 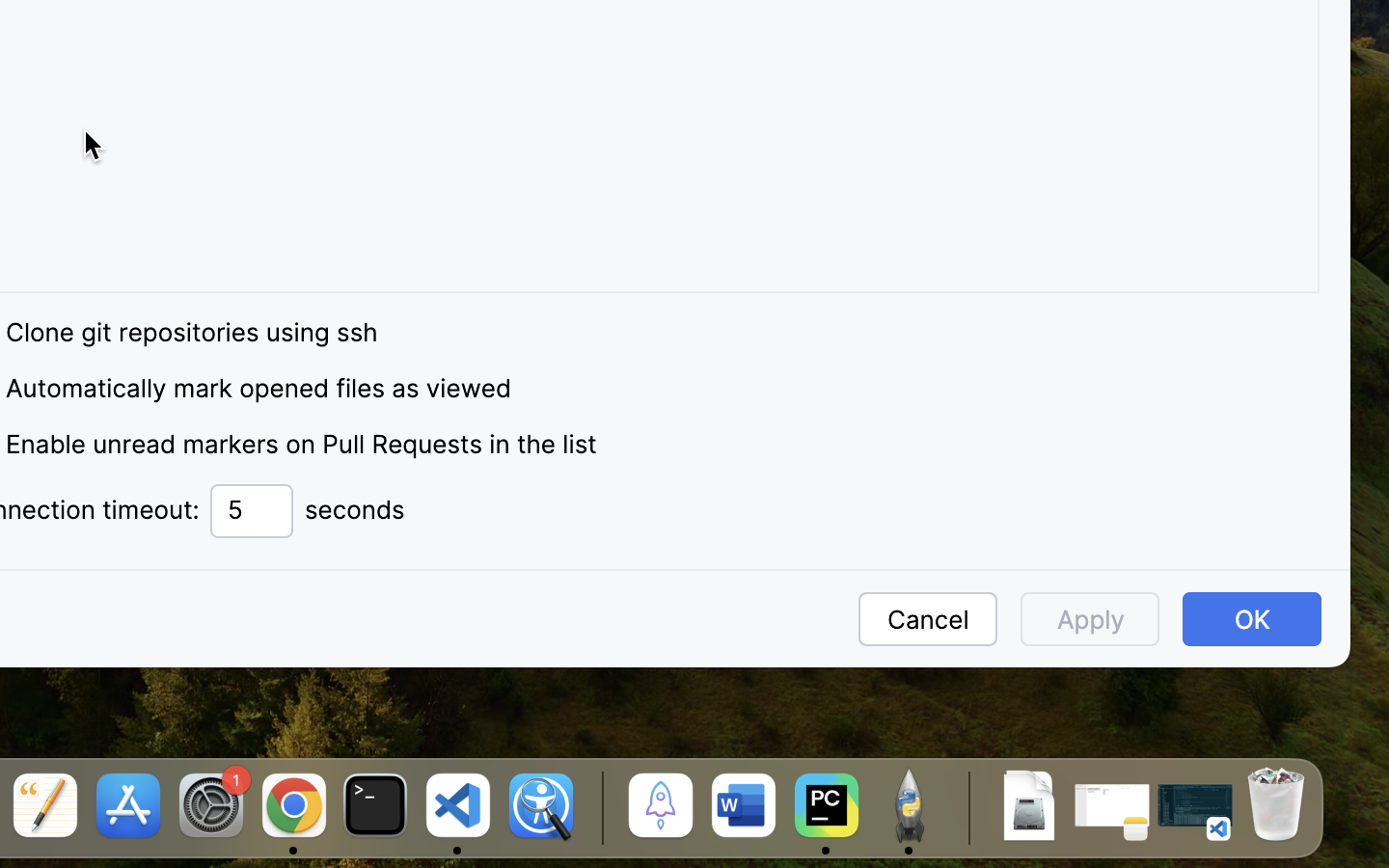 What do you see at coordinates (598, 807) in the screenshot?
I see `'0.4285714328289032'` at bounding box center [598, 807].